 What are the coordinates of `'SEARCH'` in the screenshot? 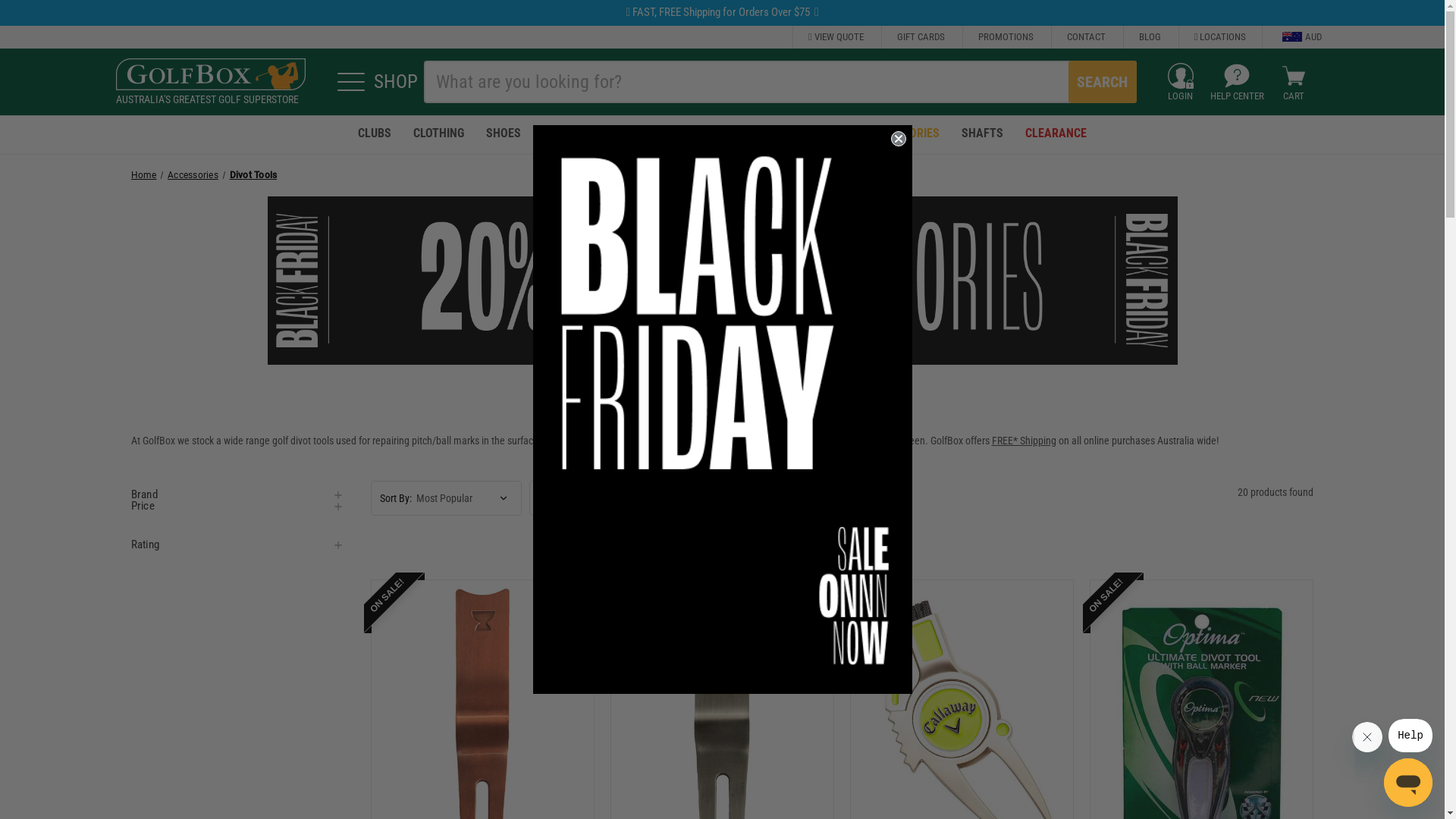 It's located at (1103, 82).